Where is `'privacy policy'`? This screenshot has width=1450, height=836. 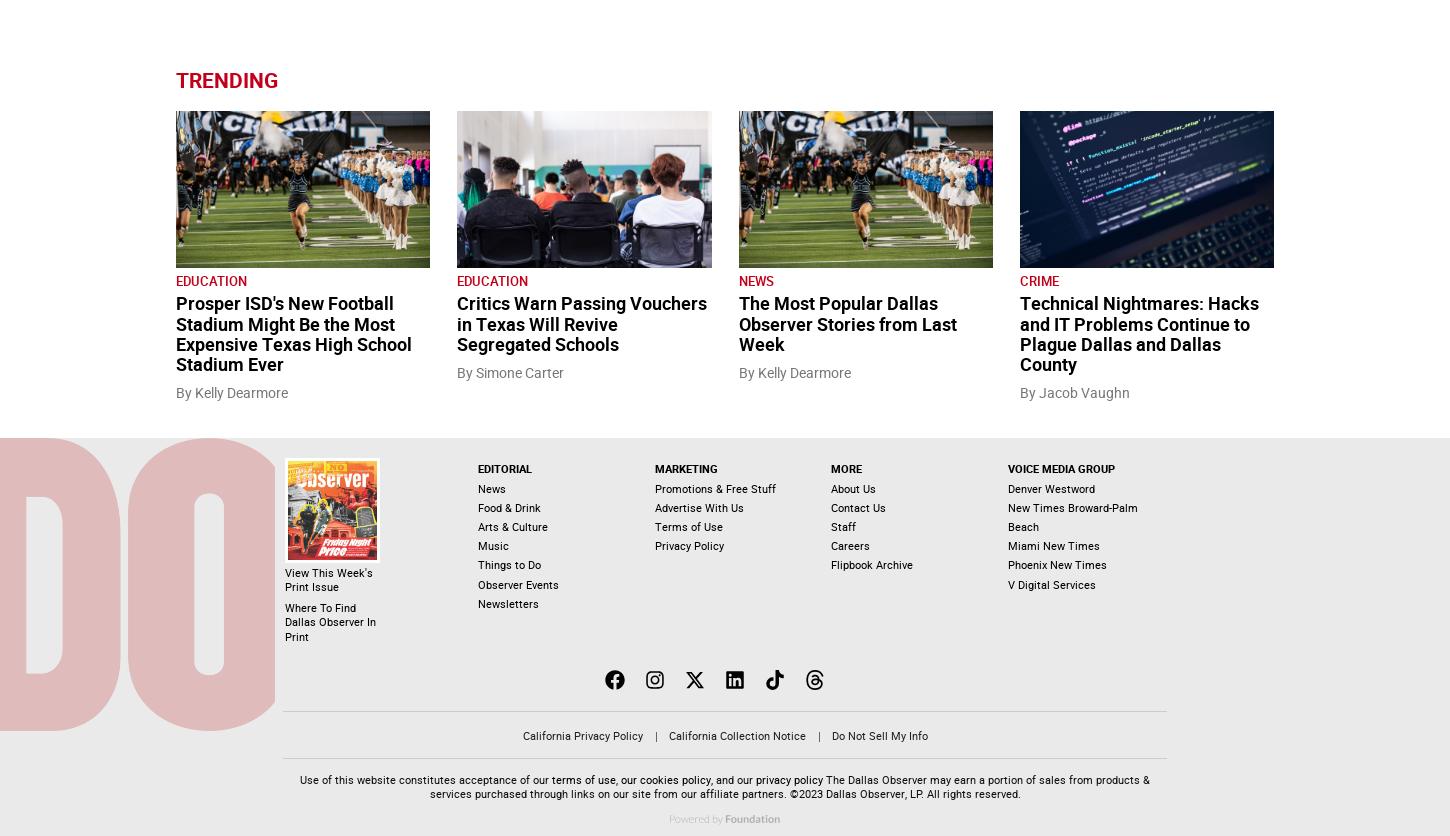 'privacy policy' is located at coordinates (789, 778).